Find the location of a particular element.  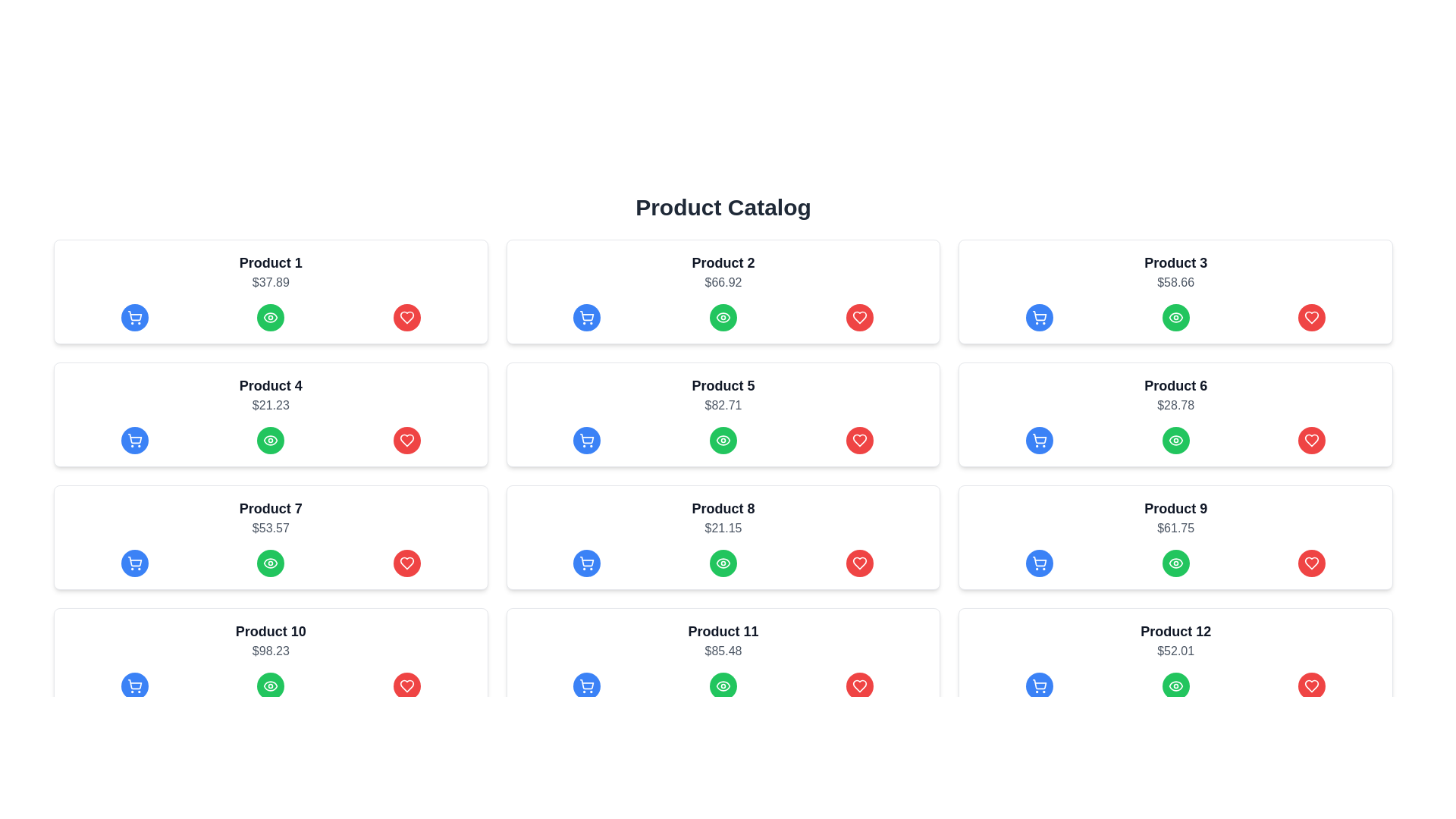

the leftmost icon in the button group associated with 'Product 7' is located at coordinates (134, 563).